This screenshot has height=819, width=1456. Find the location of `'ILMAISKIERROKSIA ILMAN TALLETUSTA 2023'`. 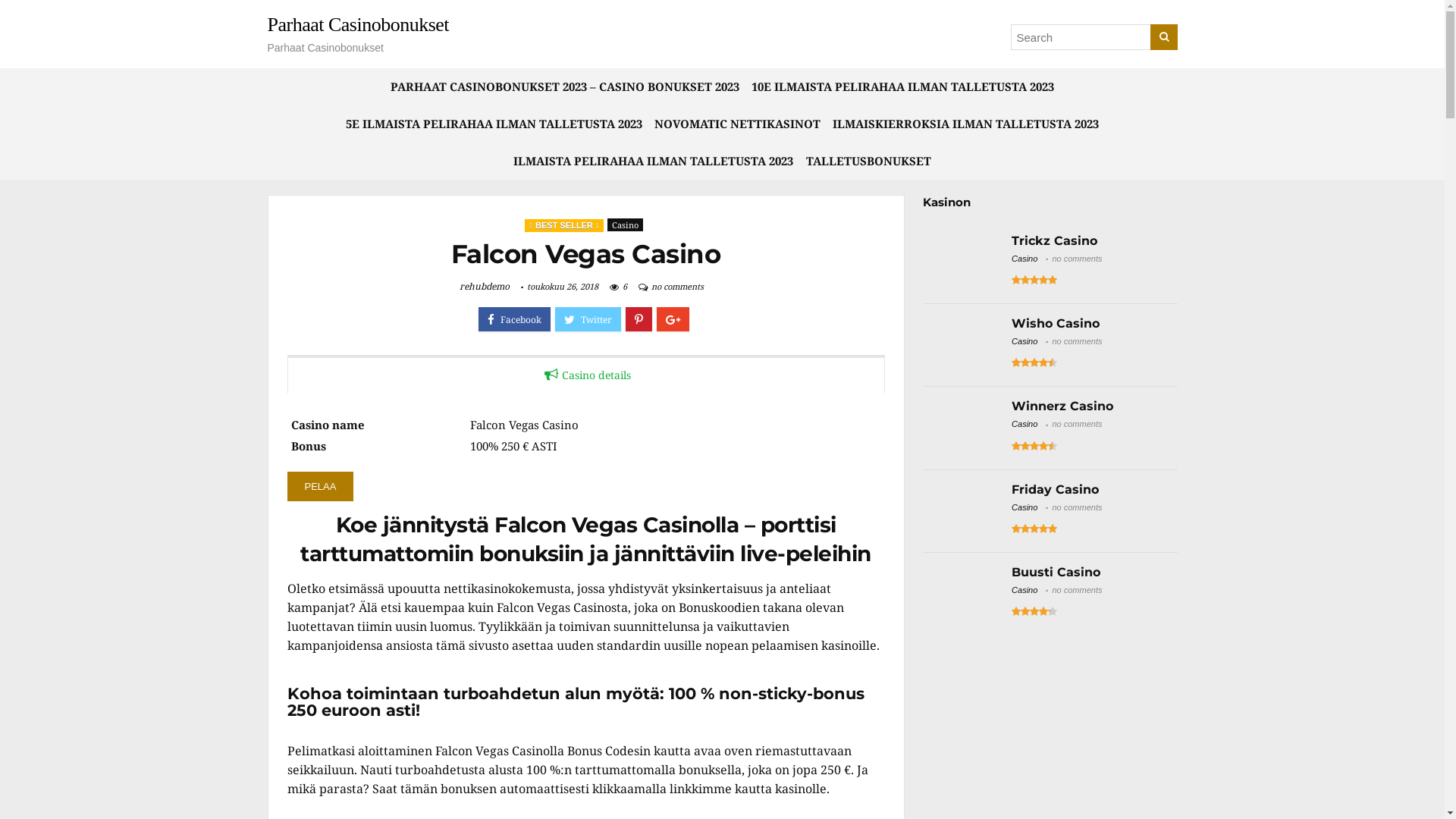

'ILMAISKIERROKSIA ILMAN TALLETUSTA 2023' is located at coordinates (965, 123).